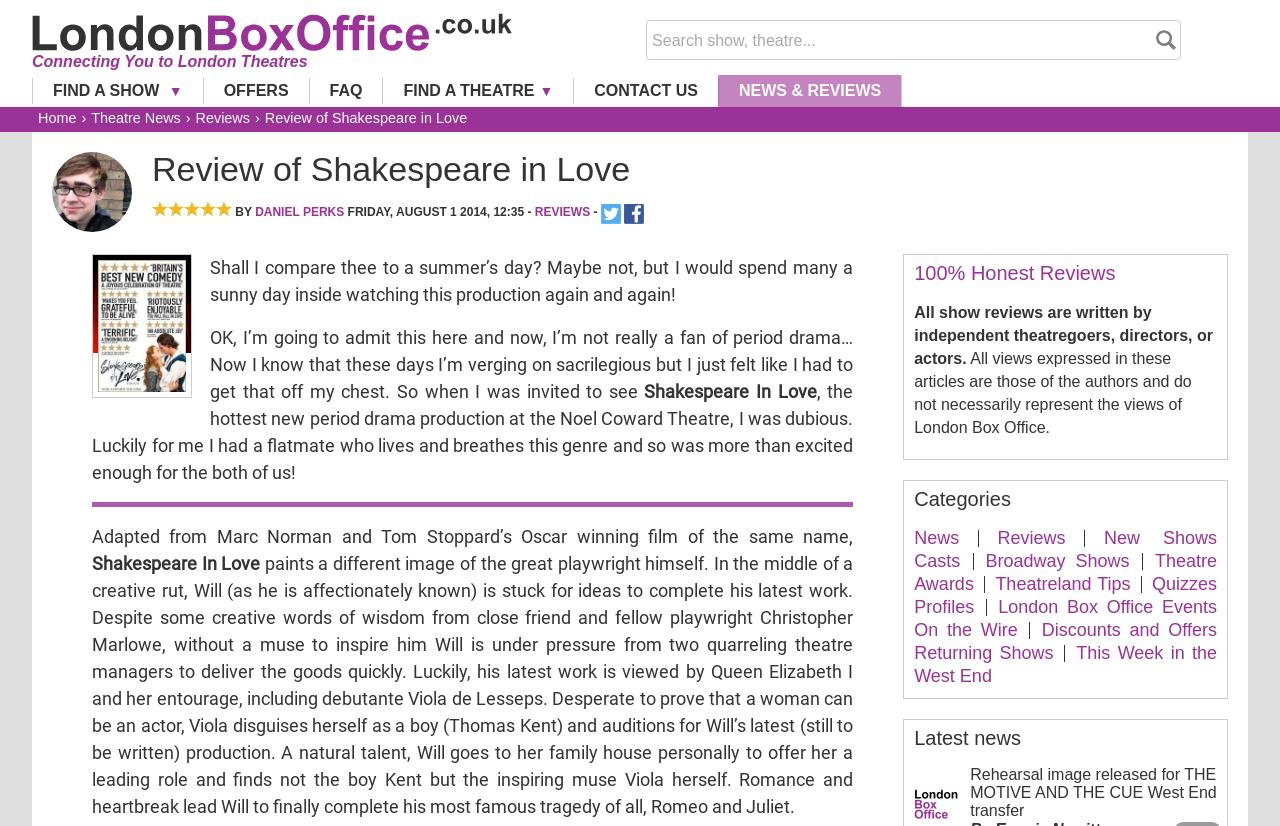 This screenshot has width=1280, height=826. I want to click on 'By', so click(242, 209).